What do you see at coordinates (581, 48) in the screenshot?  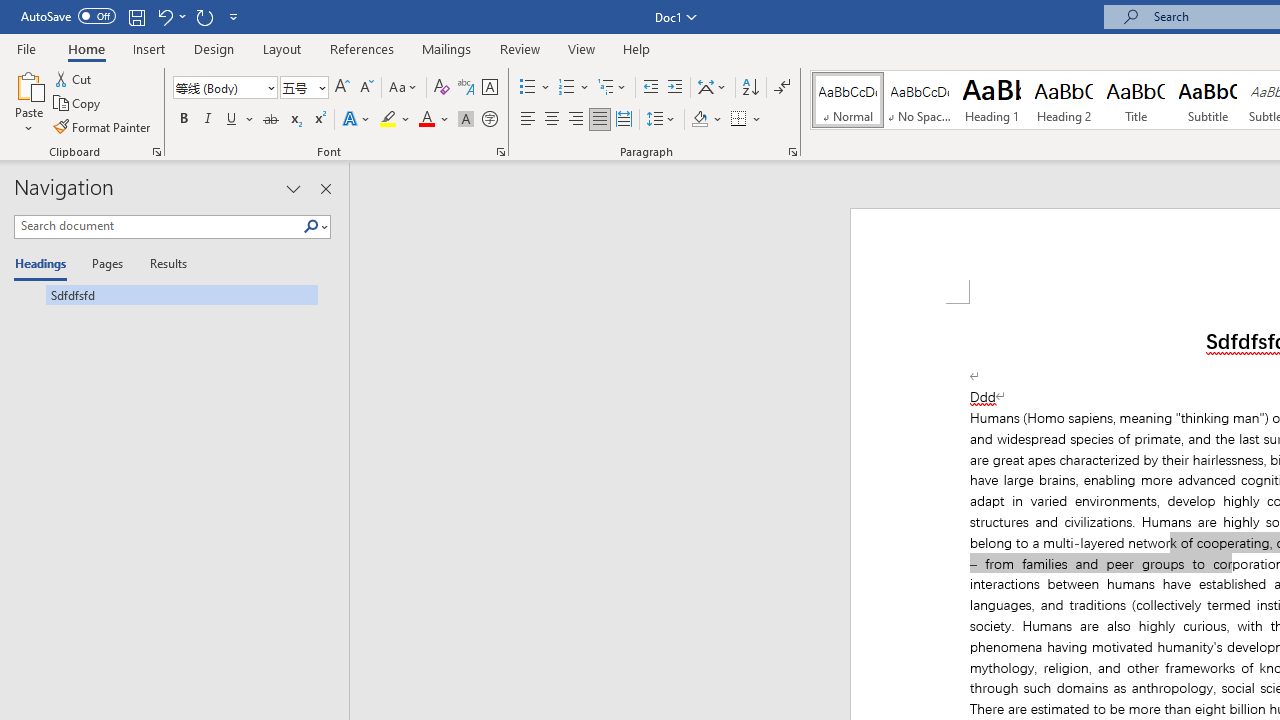 I see `'View'` at bounding box center [581, 48].